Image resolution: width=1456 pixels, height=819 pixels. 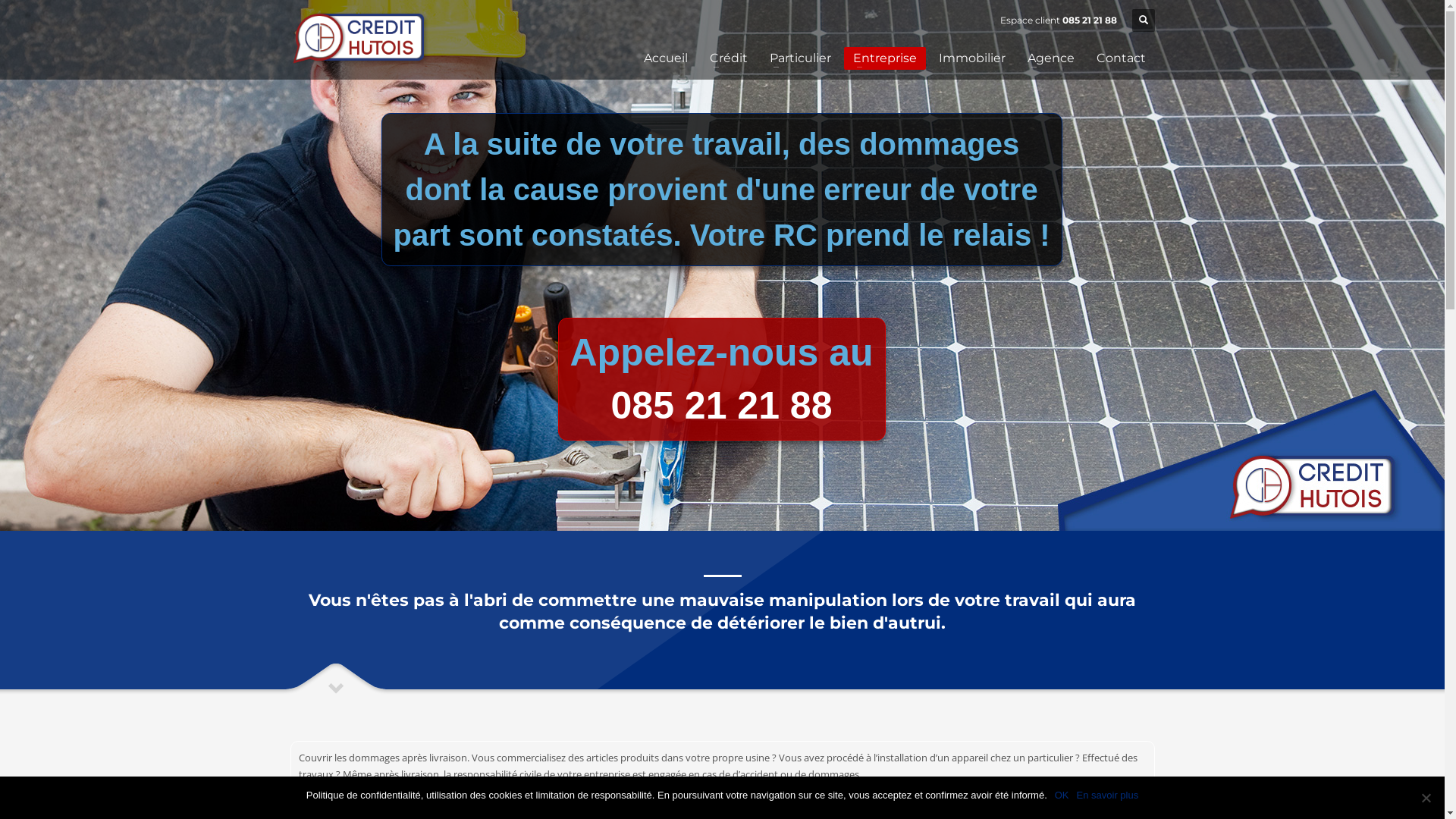 I want to click on 'Immobilier', so click(x=971, y=58).